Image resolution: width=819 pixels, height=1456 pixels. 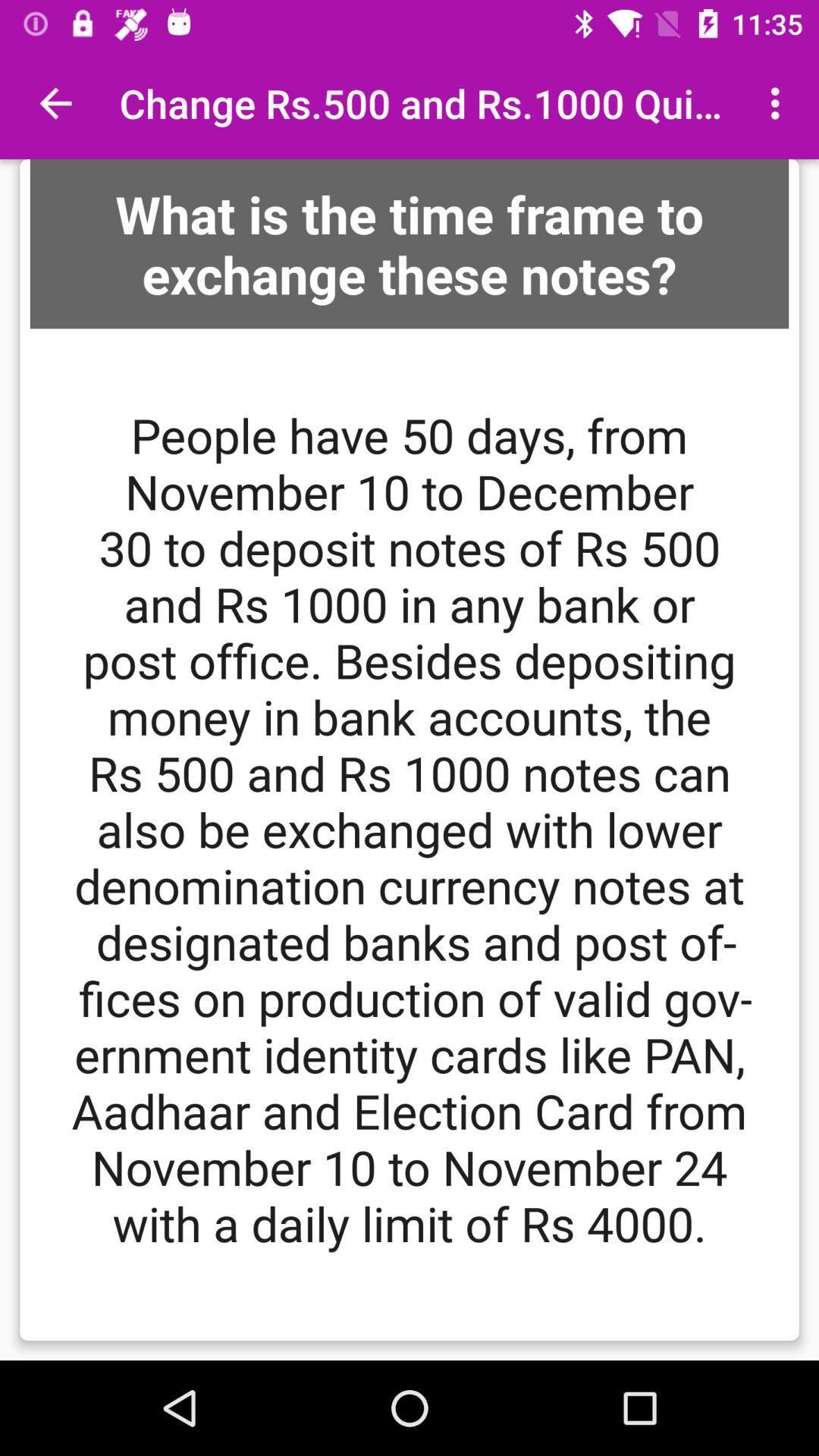 I want to click on the icon at the top right corner, so click(x=779, y=102).